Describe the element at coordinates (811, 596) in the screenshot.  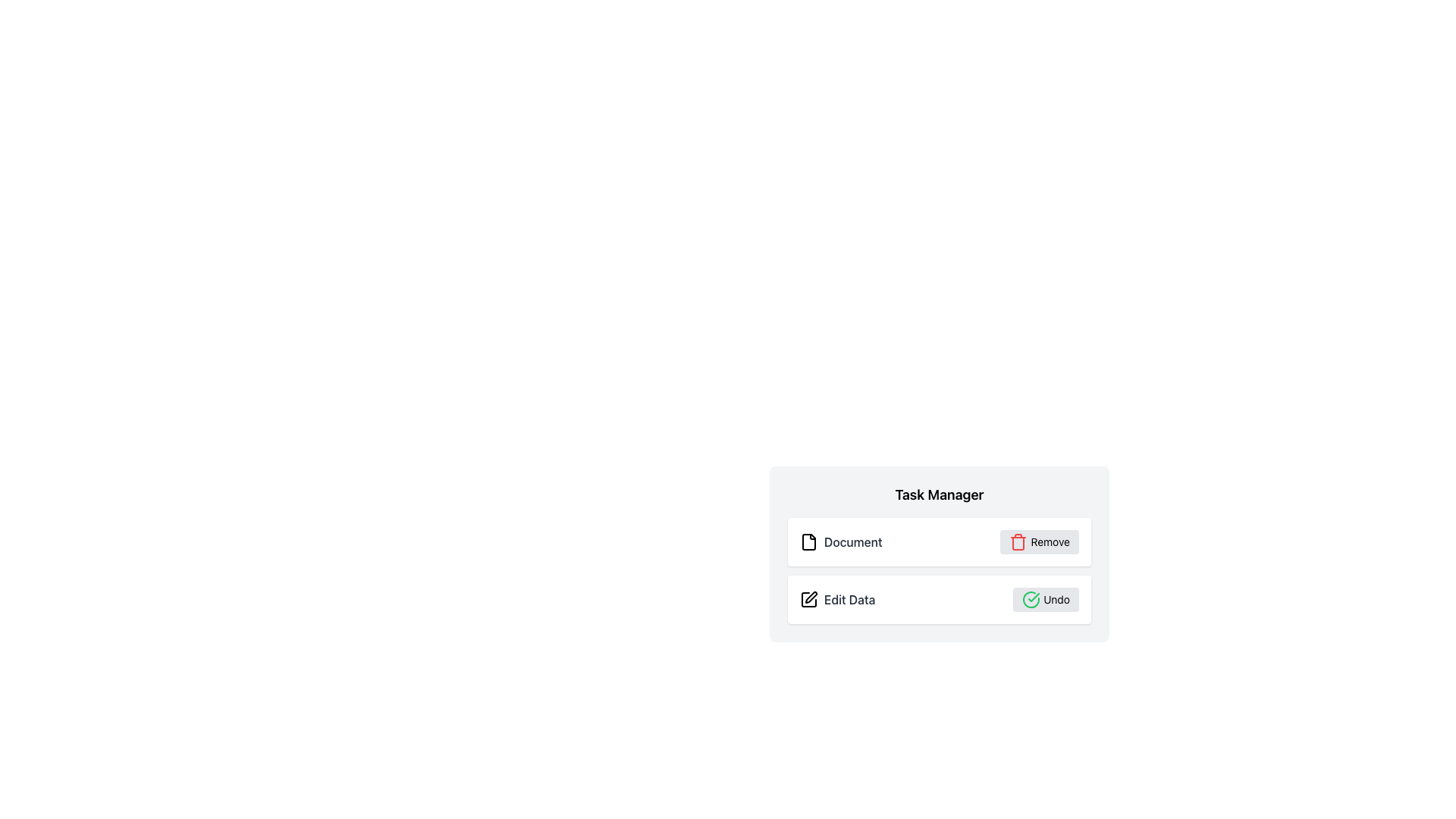
I see `the pen-like icon indicating editing functionality located within the 'Edit Data' button on the bottom row of the Task Manager panel` at that location.